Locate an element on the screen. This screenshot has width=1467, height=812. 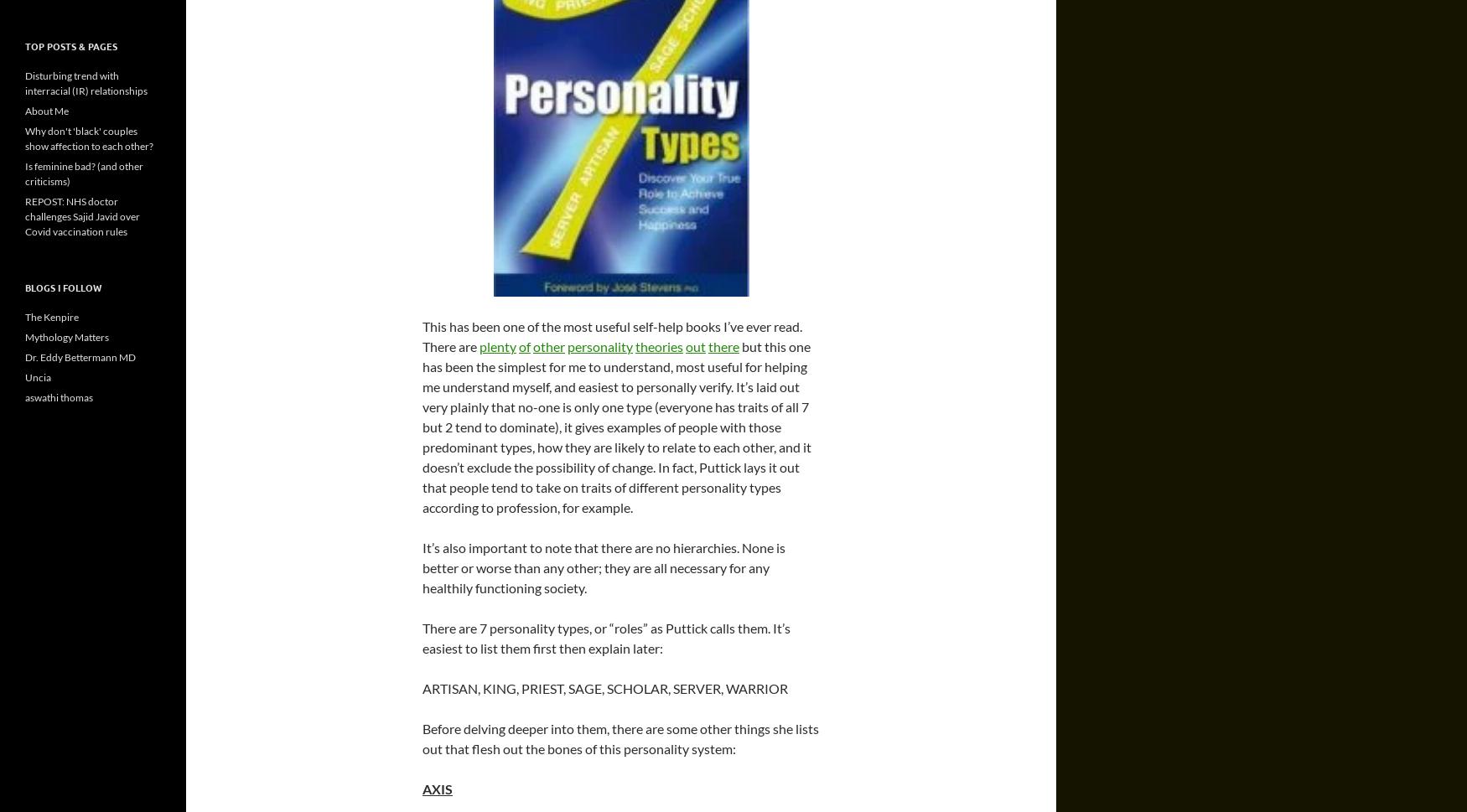
'there' is located at coordinates (723, 345).